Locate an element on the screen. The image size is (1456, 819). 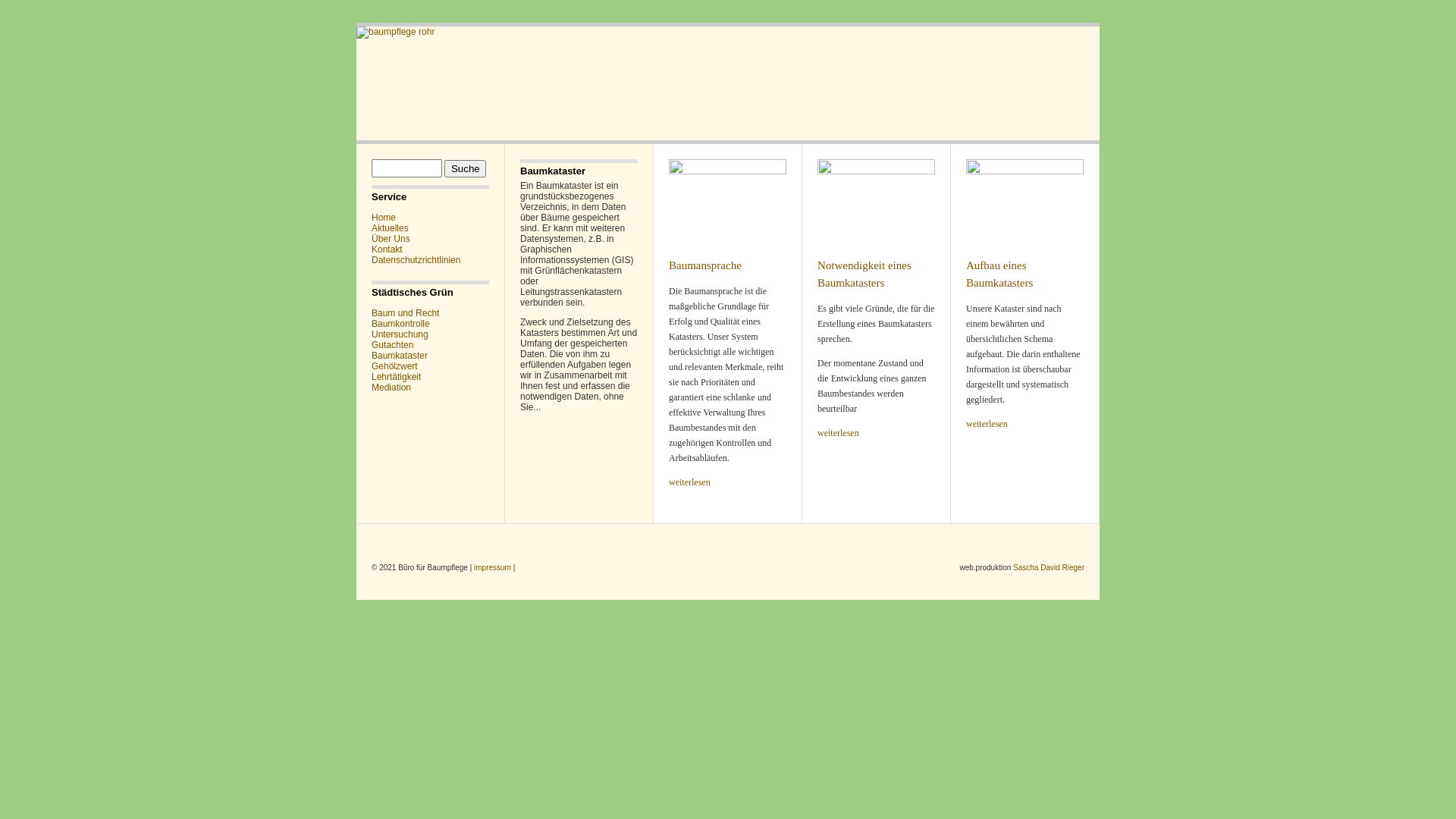
'Untersuchung' is located at coordinates (371, 333).